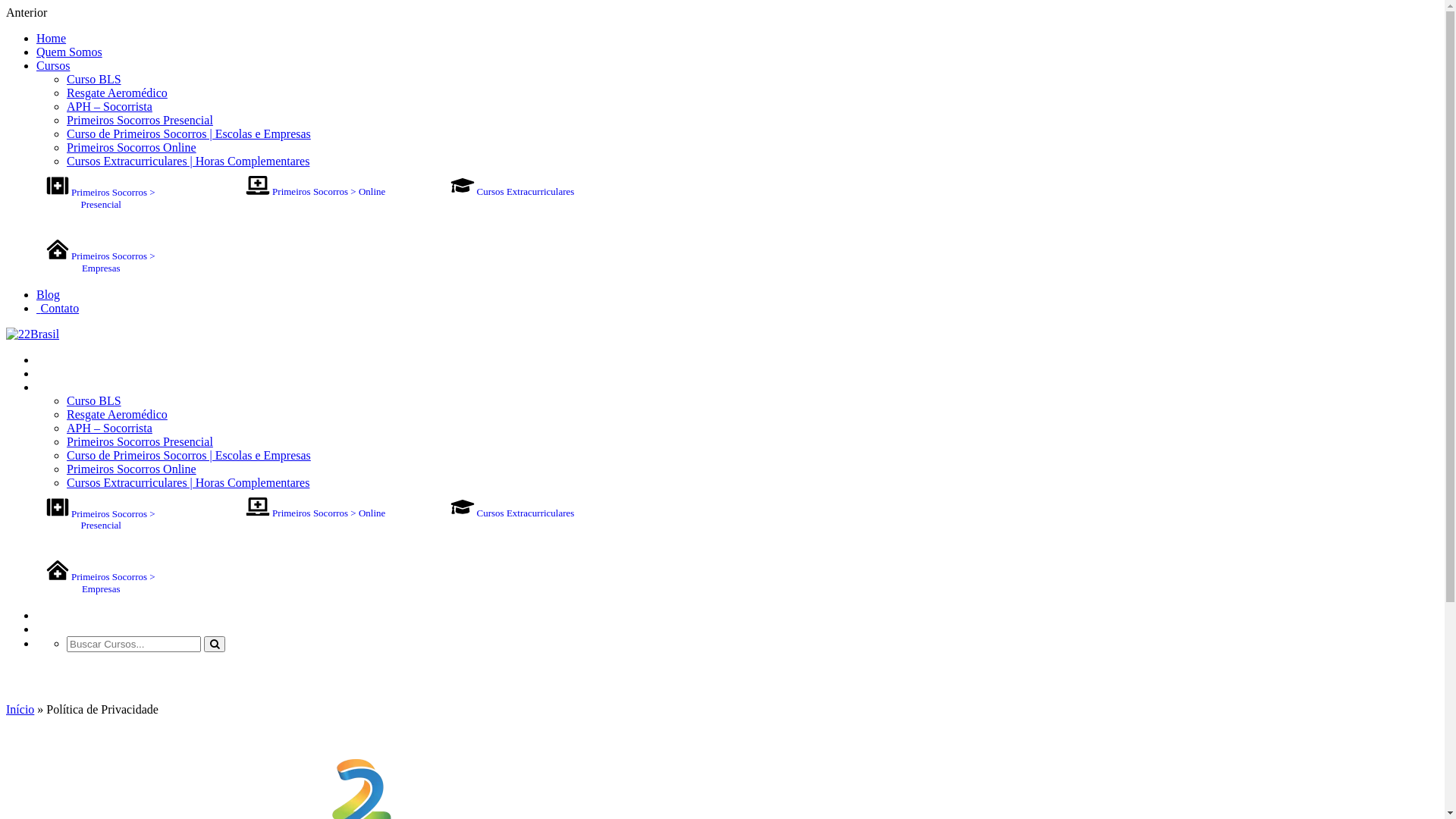  Describe the element at coordinates (33, 333) in the screenshot. I see `'22Brasil - Cursos de Primeiros Socorros'` at that location.